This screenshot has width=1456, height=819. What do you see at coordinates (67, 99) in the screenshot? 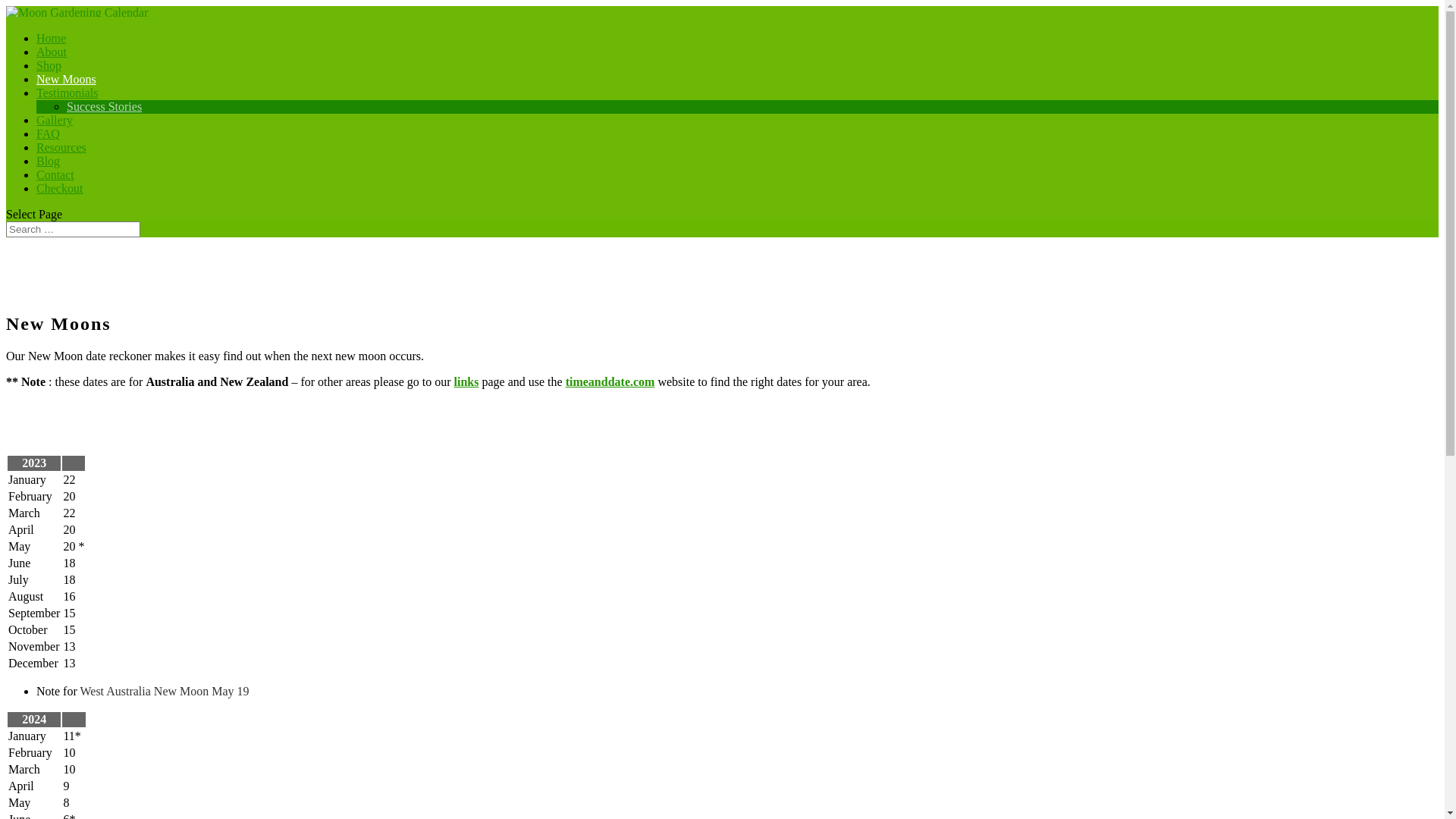
I see `'Testimonials'` at bounding box center [67, 99].